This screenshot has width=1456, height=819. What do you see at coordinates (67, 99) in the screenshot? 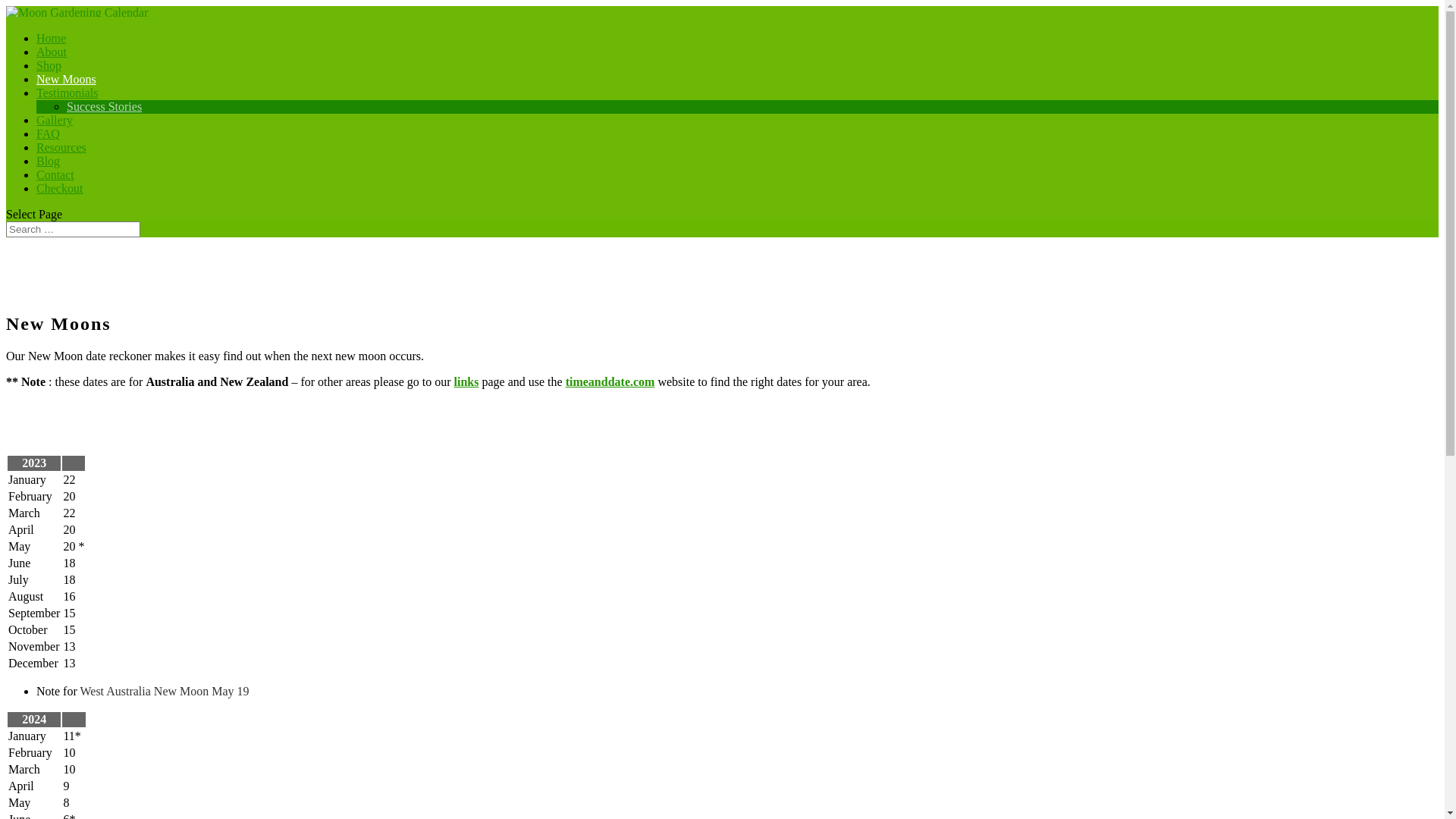
I see `'Testimonials'` at bounding box center [67, 99].